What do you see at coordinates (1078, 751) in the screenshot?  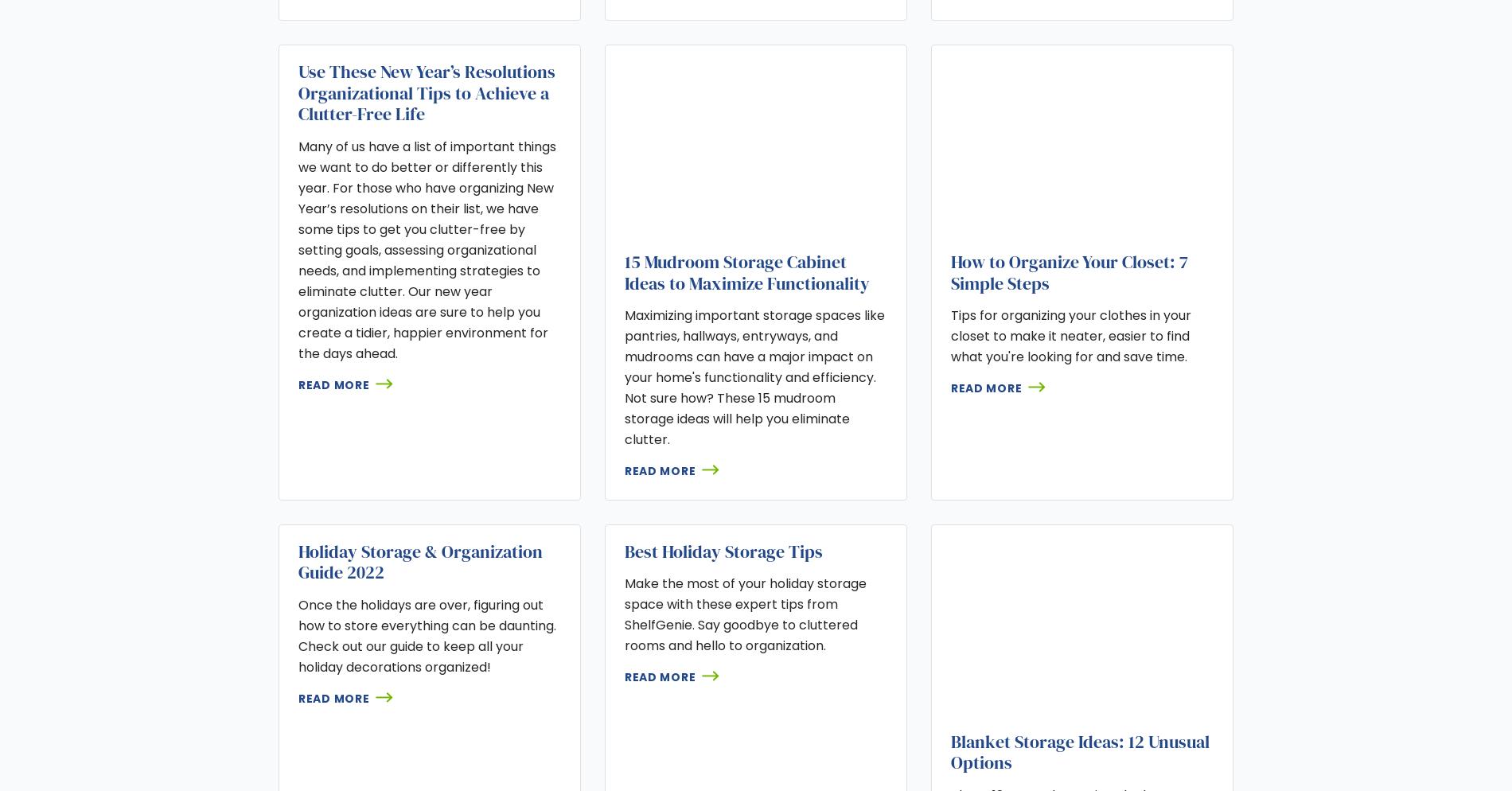 I see `'Blanket Storage Ideas: 12 Unusual Options'` at bounding box center [1078, 751].